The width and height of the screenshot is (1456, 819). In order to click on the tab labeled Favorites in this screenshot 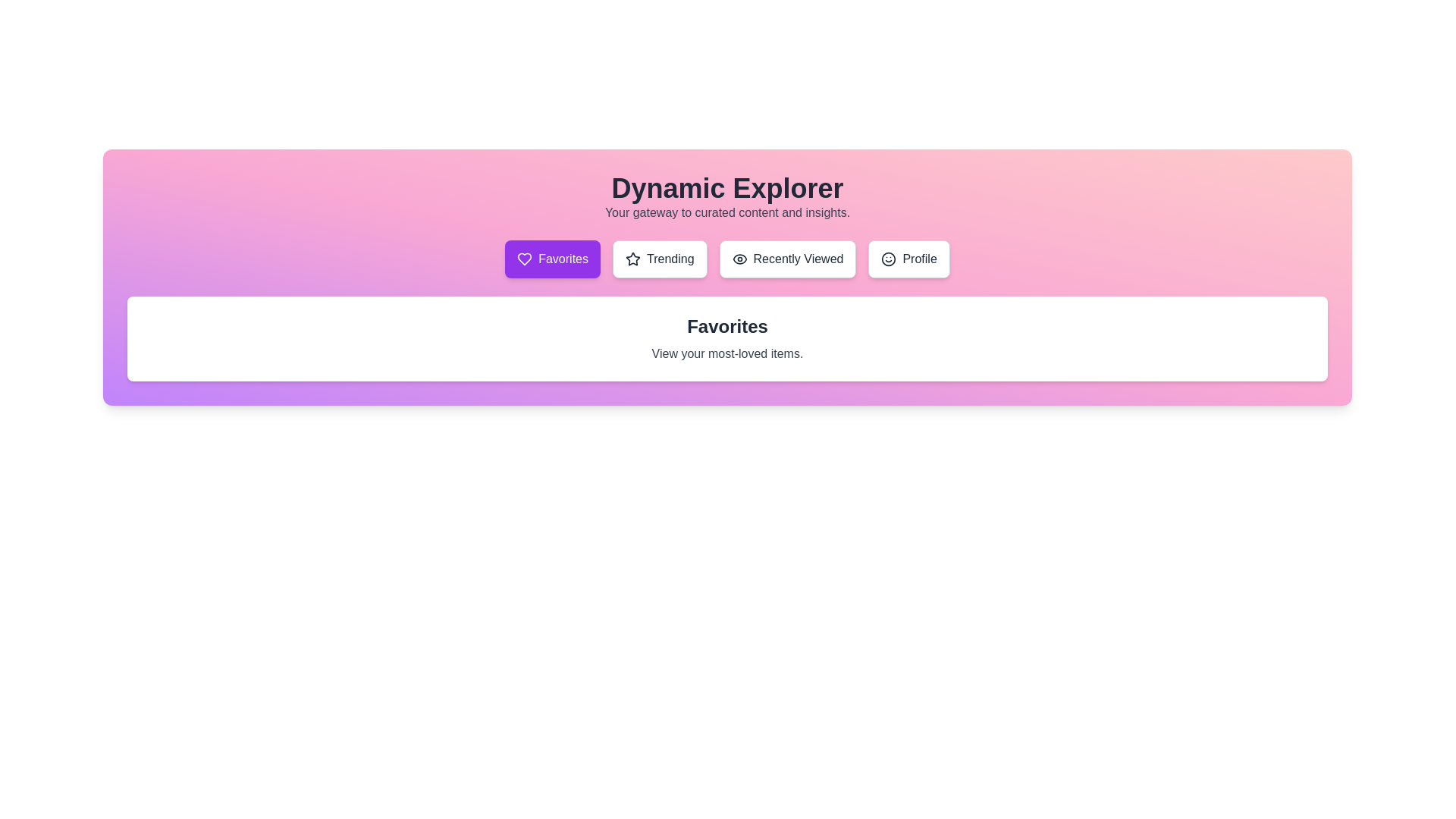, I will do `click(552, 259)`.